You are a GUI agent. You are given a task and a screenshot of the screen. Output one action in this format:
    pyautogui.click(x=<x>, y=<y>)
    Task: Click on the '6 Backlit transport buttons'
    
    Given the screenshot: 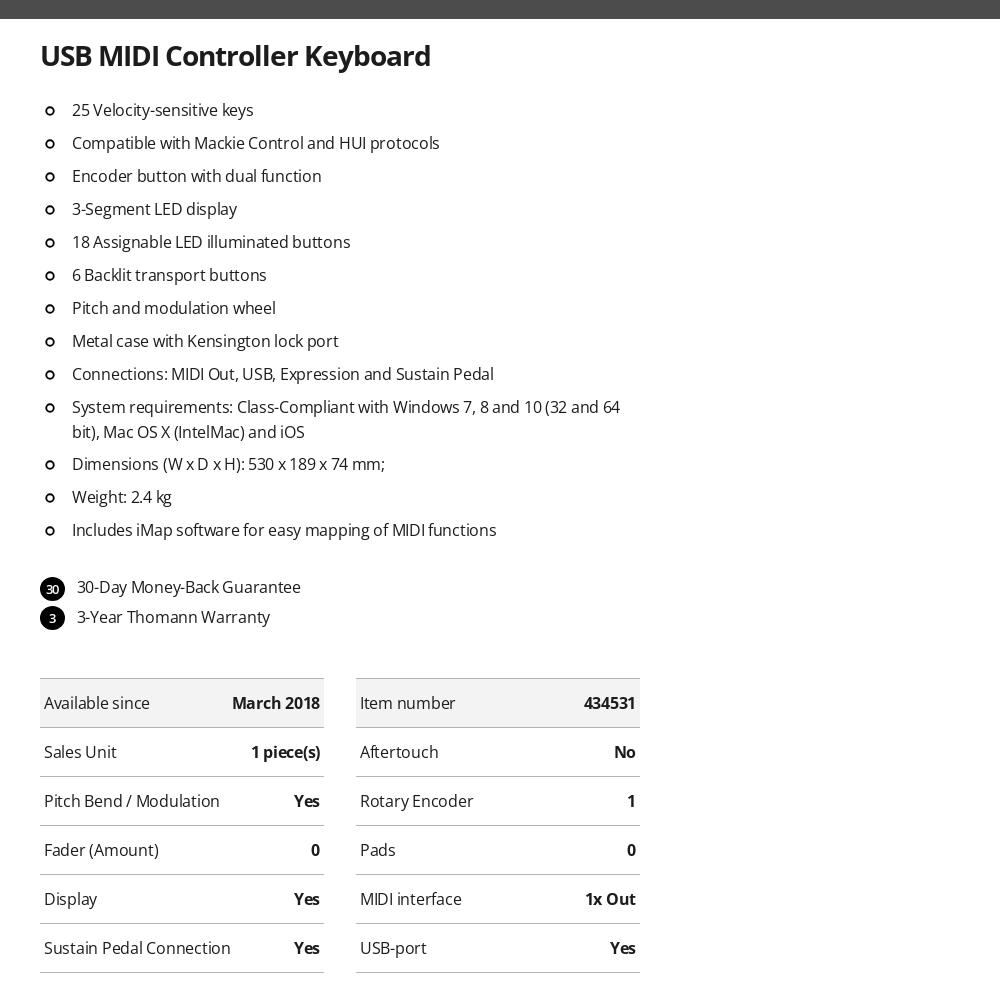 What is the action you would take?
    pyautogui.click(x=71, y=273)
    